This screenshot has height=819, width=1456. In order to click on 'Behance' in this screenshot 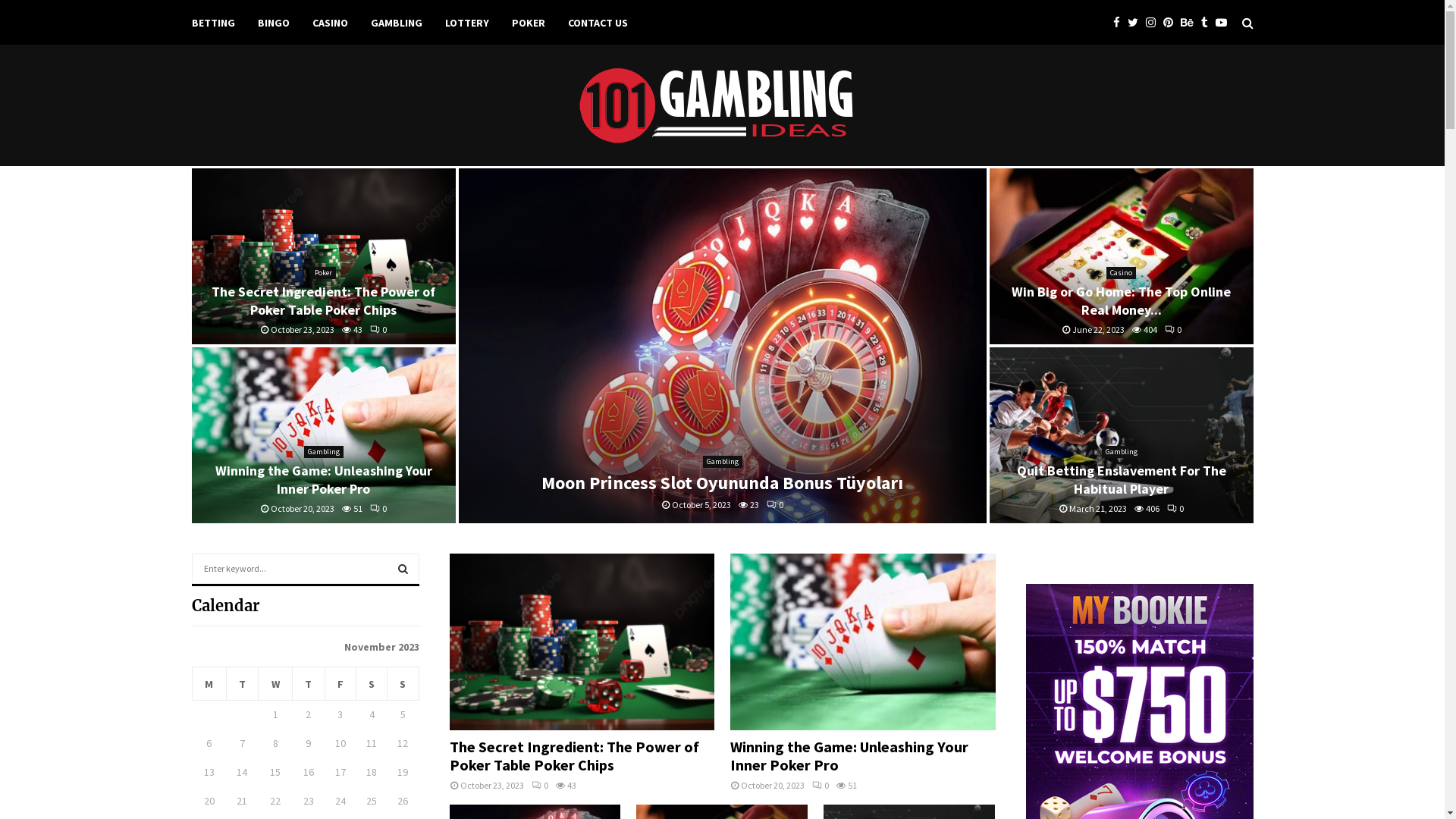, I will do `click(1189, 23)`.